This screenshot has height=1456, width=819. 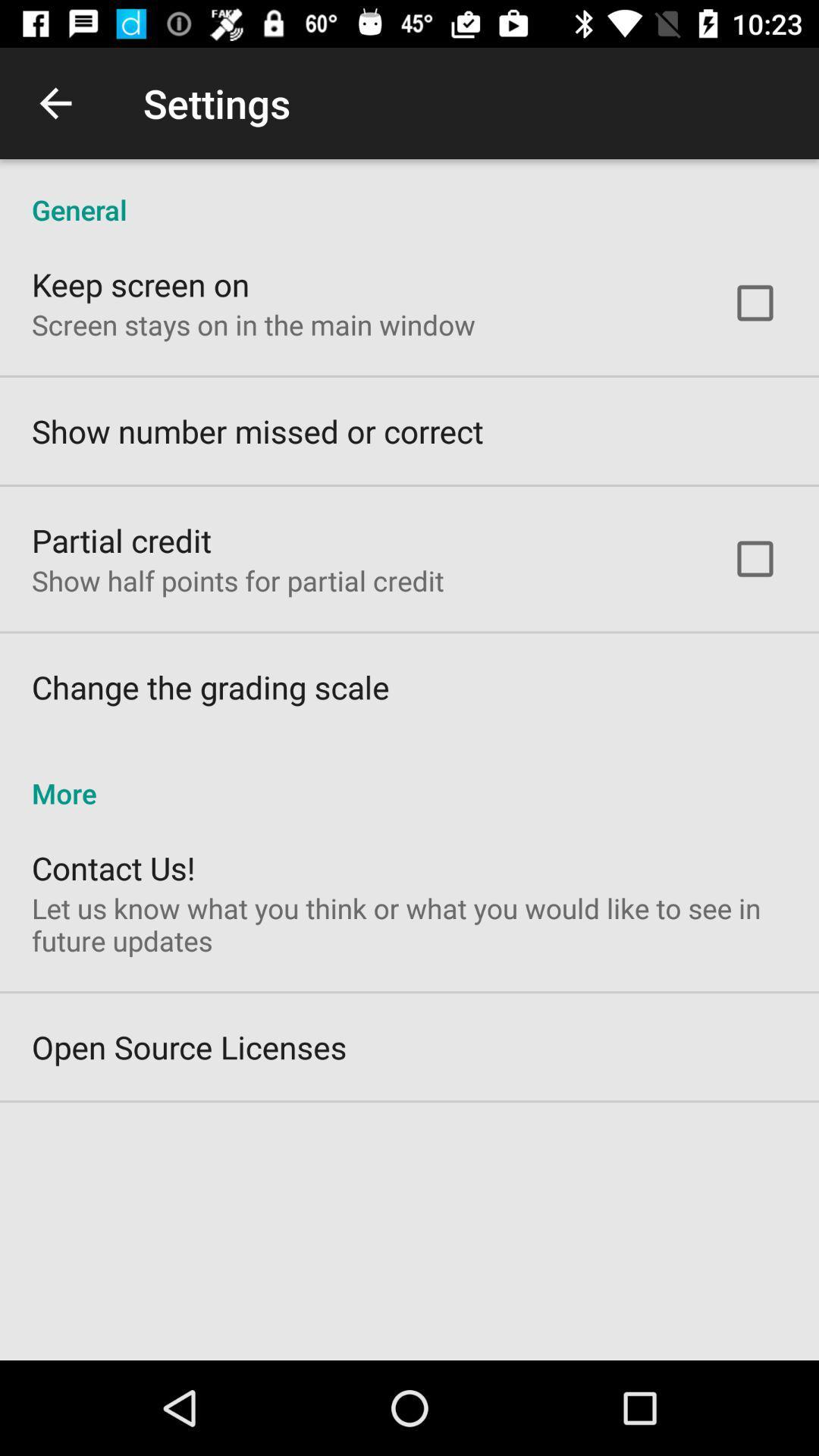 What do you see at coordinates (256, 430) in the screenshot?
I see `the item below the screen stays on item` at bounding box center [256, 430].